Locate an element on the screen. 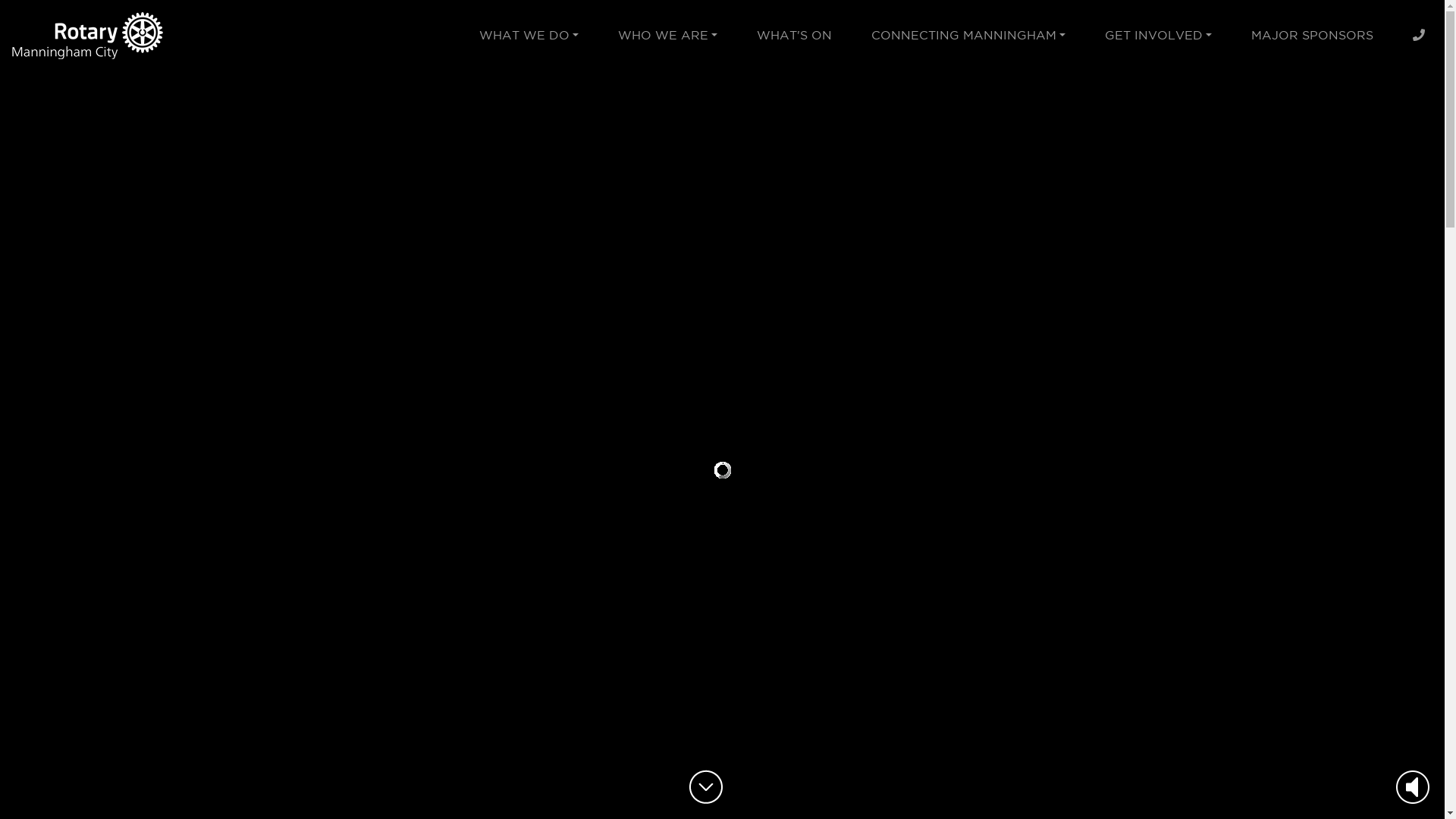 This screenshot has height=819, width=1456. 'WHAT WE DO' is located at coordinates (529, 37).